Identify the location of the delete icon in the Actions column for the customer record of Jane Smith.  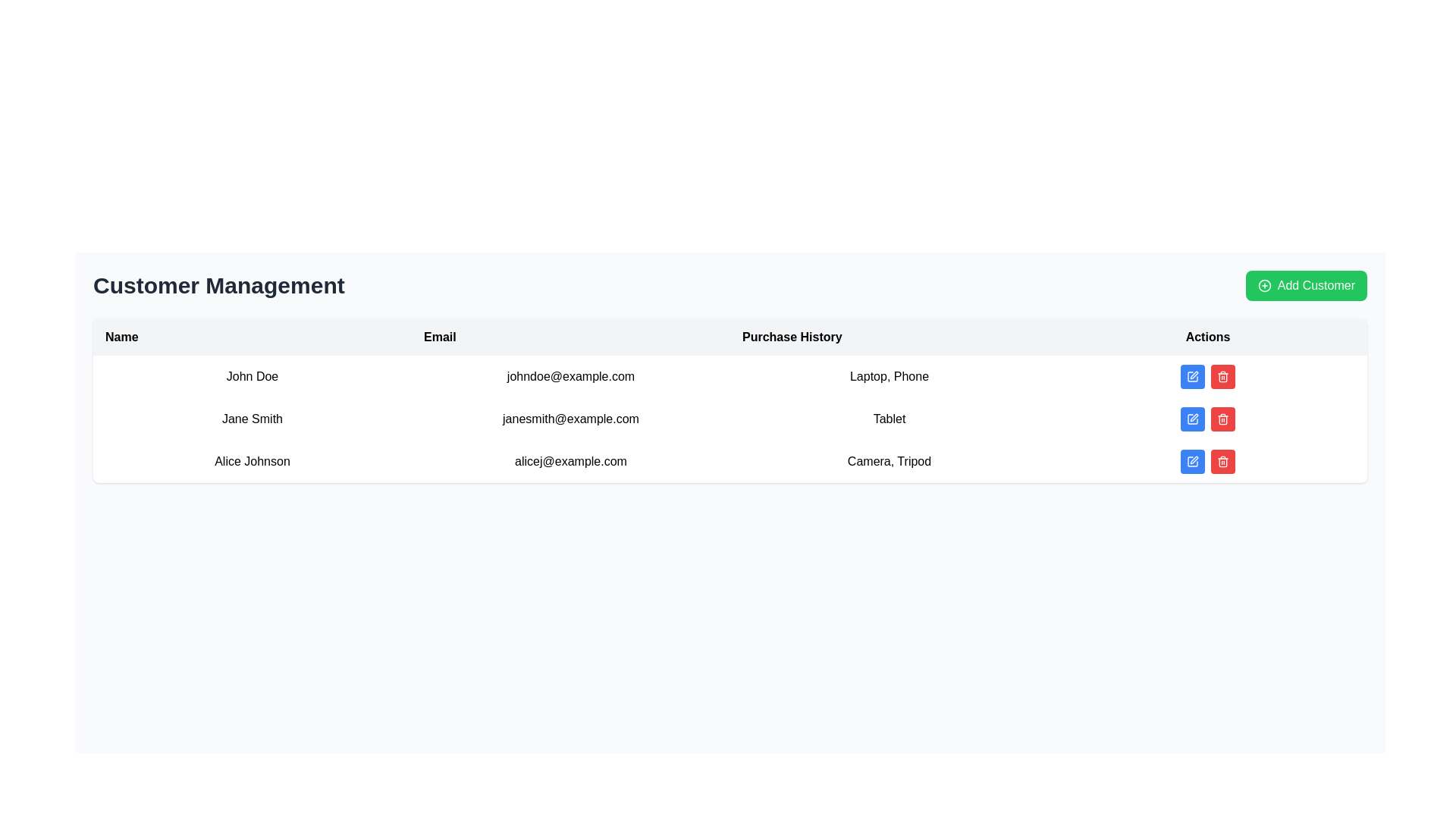
(1222, 376).